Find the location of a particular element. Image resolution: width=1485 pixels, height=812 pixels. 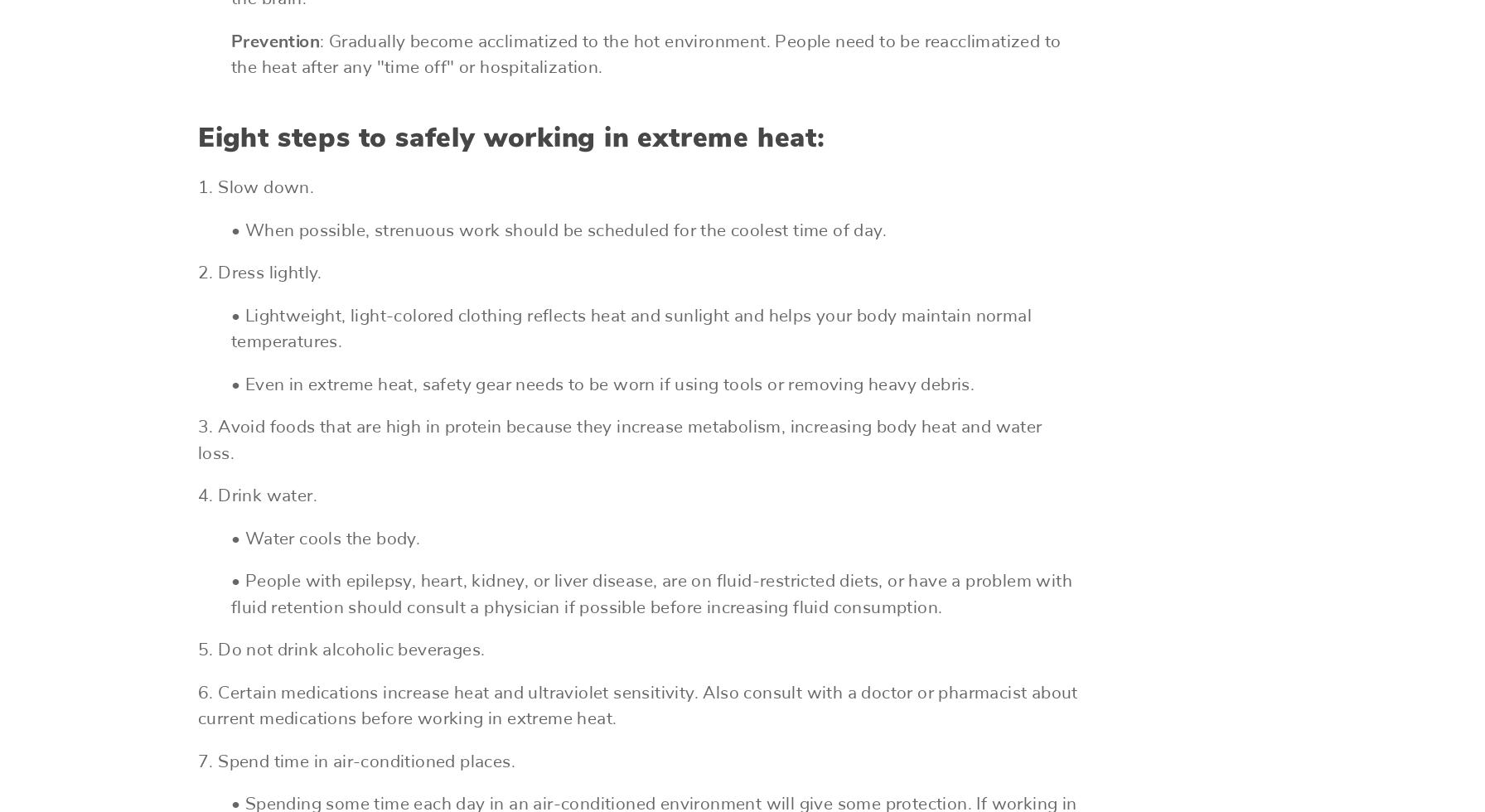

'• Even in extreme heat, safety gear needs to be worn if using tools or removing heavy debris.' is located at coordinates (602, 384).